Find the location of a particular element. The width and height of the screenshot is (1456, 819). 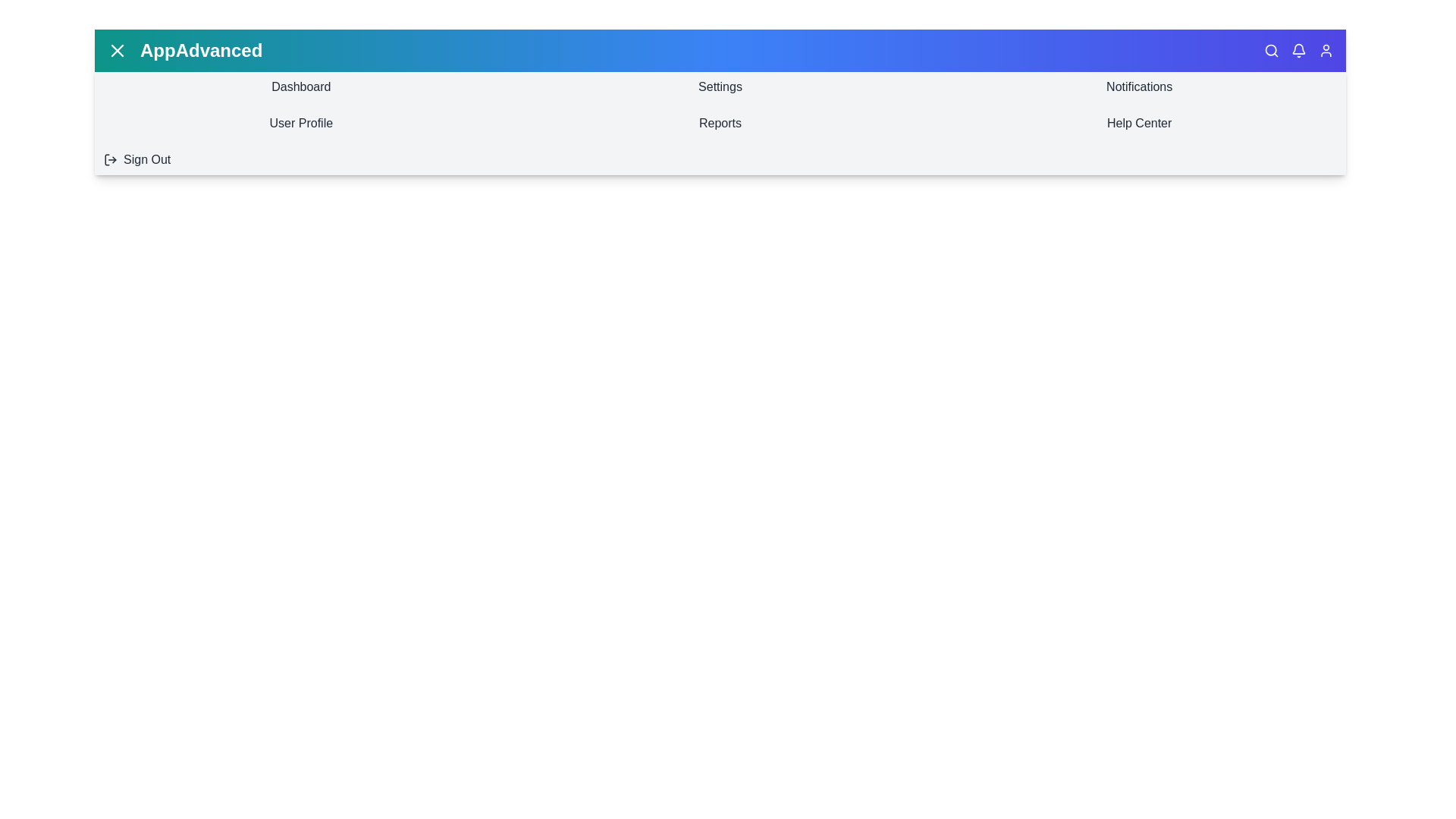

the menu item Dashboard from the menu bar is located at coordinates (301, 87).